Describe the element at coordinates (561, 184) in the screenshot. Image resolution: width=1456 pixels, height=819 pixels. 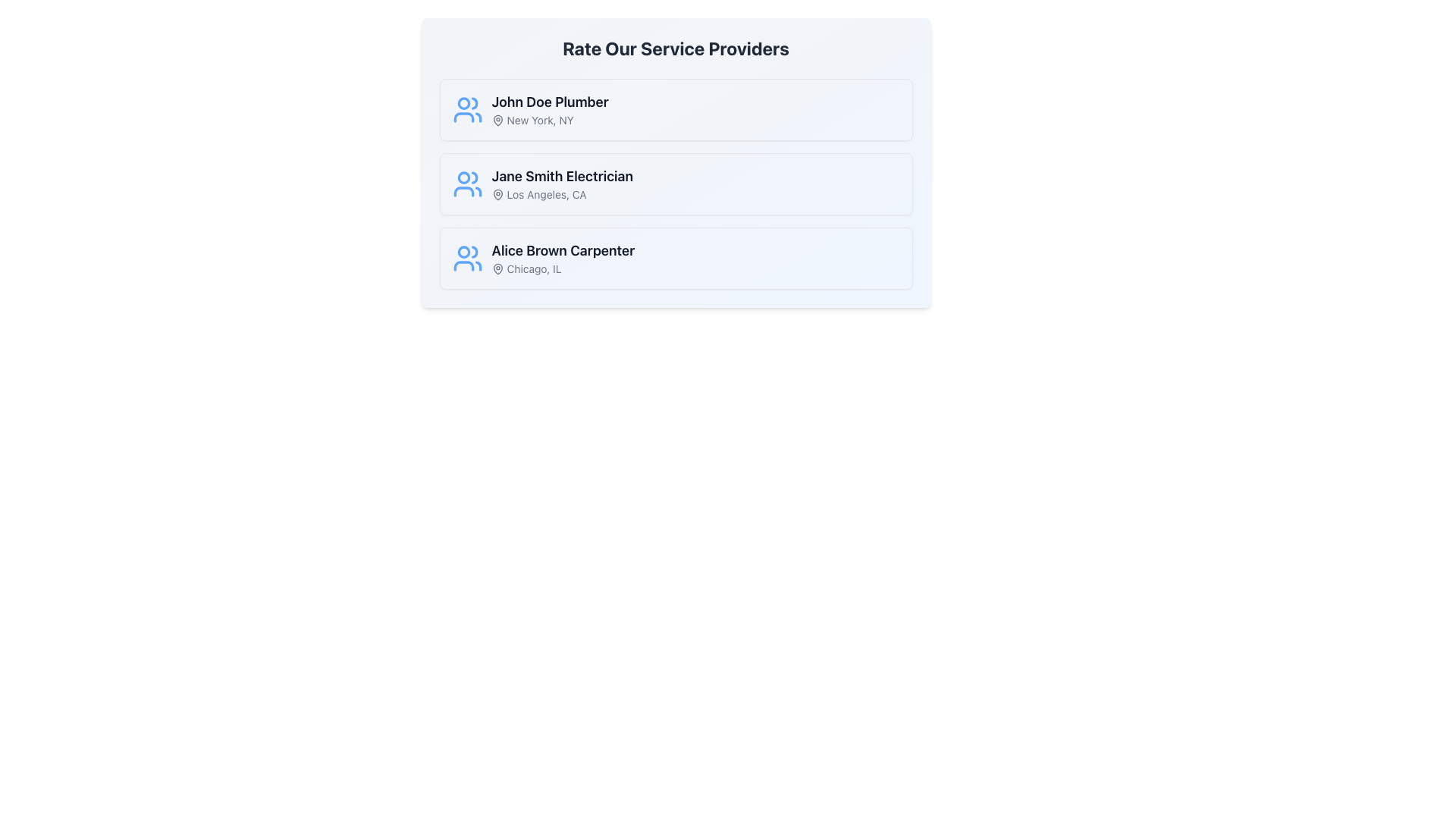
I see `the text-based information block displaying 'Jane Smith Electrician' with a map pin icon, located in the second row of the list` at that location.